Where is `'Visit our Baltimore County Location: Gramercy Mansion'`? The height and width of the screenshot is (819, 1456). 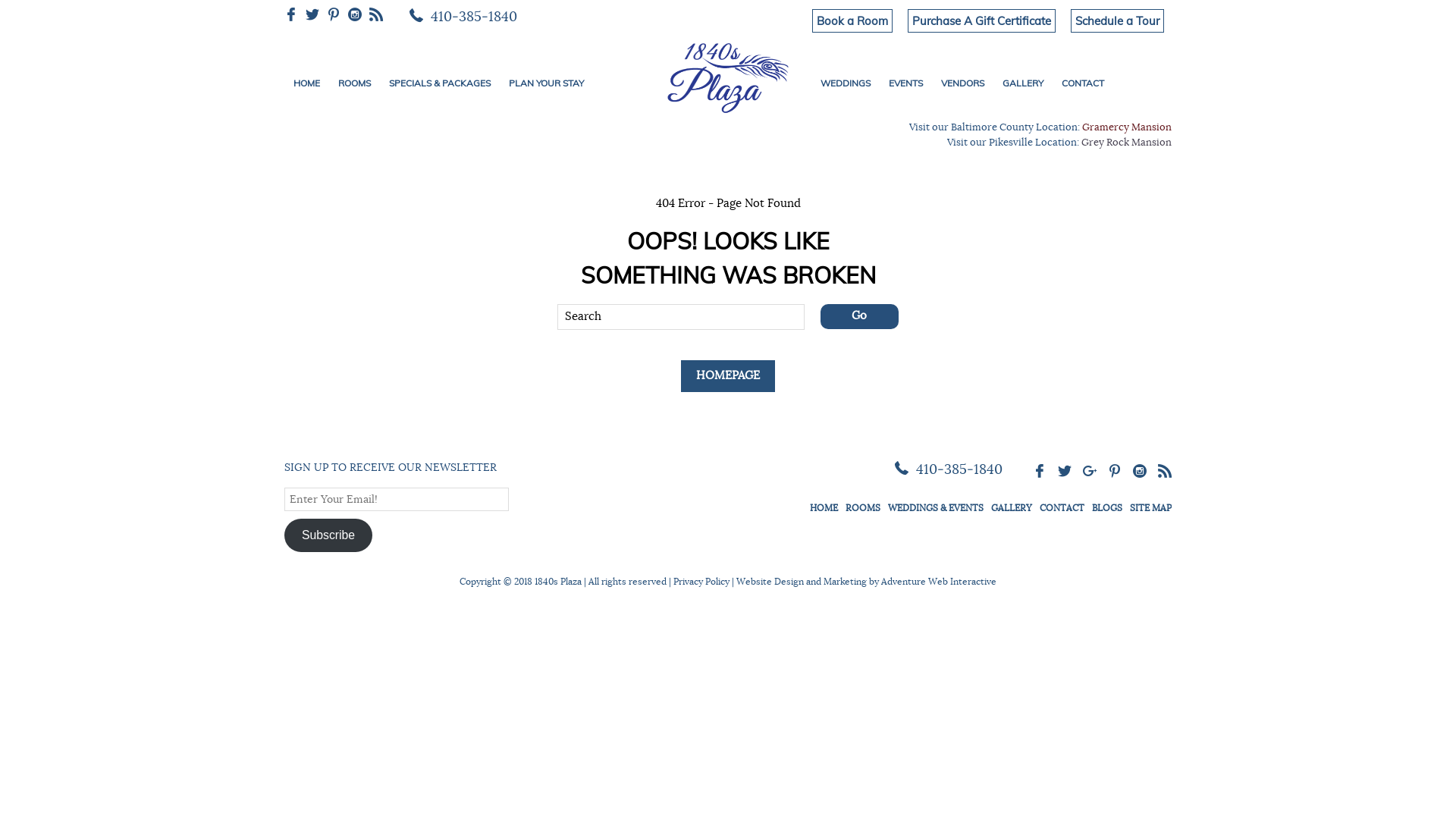 'Visit our Baltimore County Location: Gramercy Mansion' is located at coordinates (1040, 127).